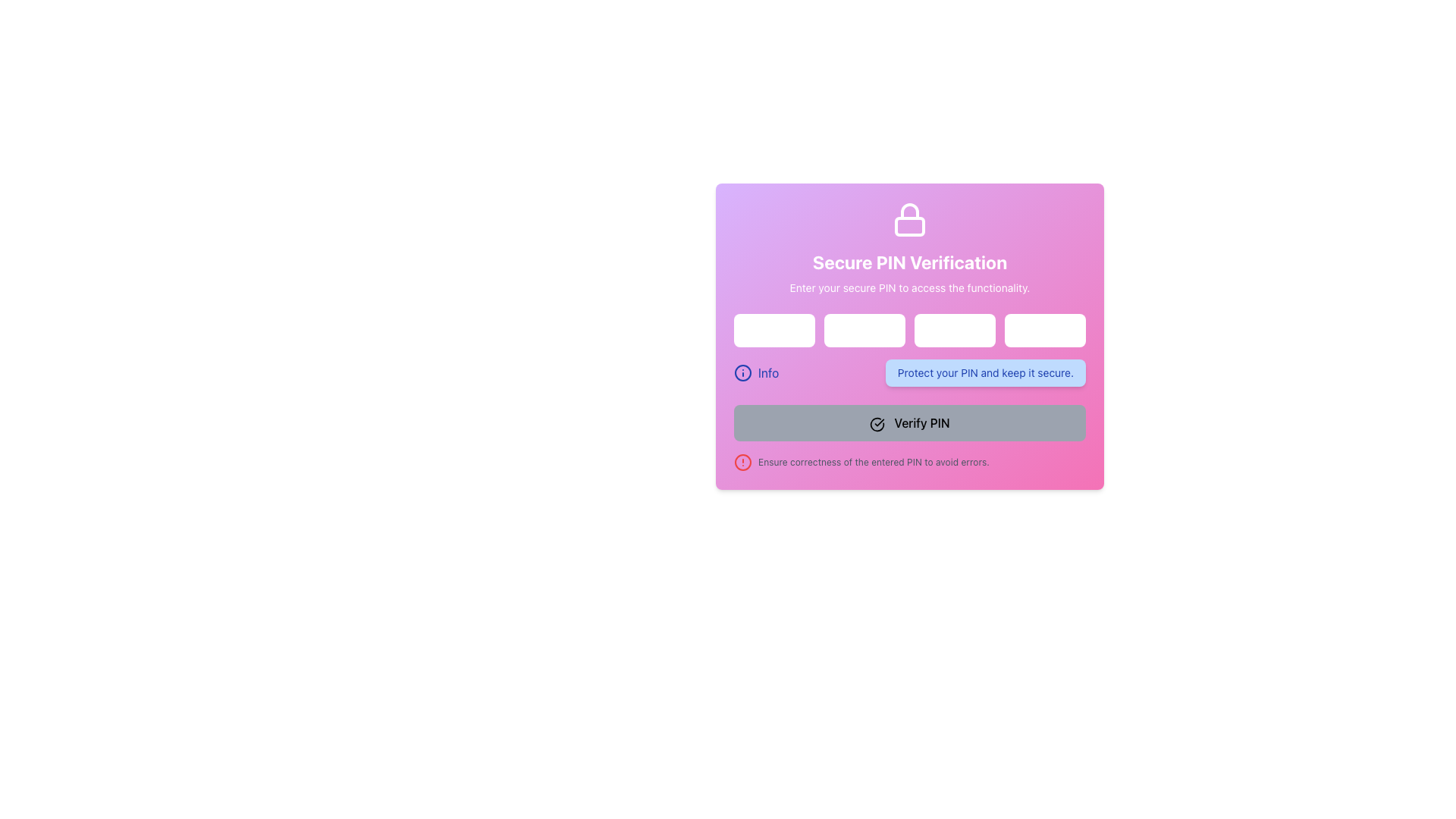 The image size is (1456, 819). What do you see at coordinates (910, 262) in the screenshot?
I see `the Text header that introduces the secure PIN verification interface, positioned below the lock icon and above the subtitle text` at bounding box center [910, 262].